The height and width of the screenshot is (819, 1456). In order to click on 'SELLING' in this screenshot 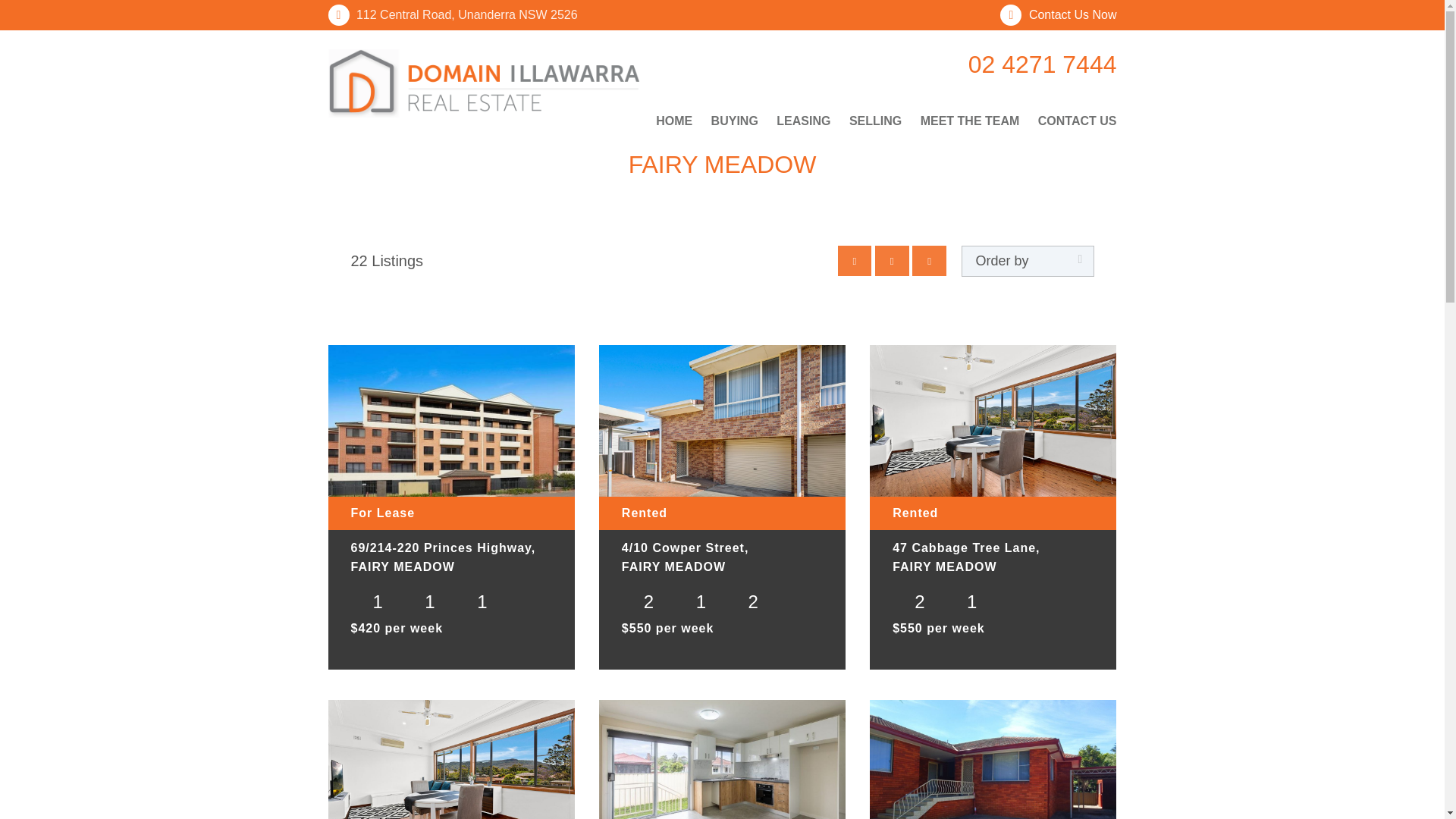, I will do `click(875, 120)`.